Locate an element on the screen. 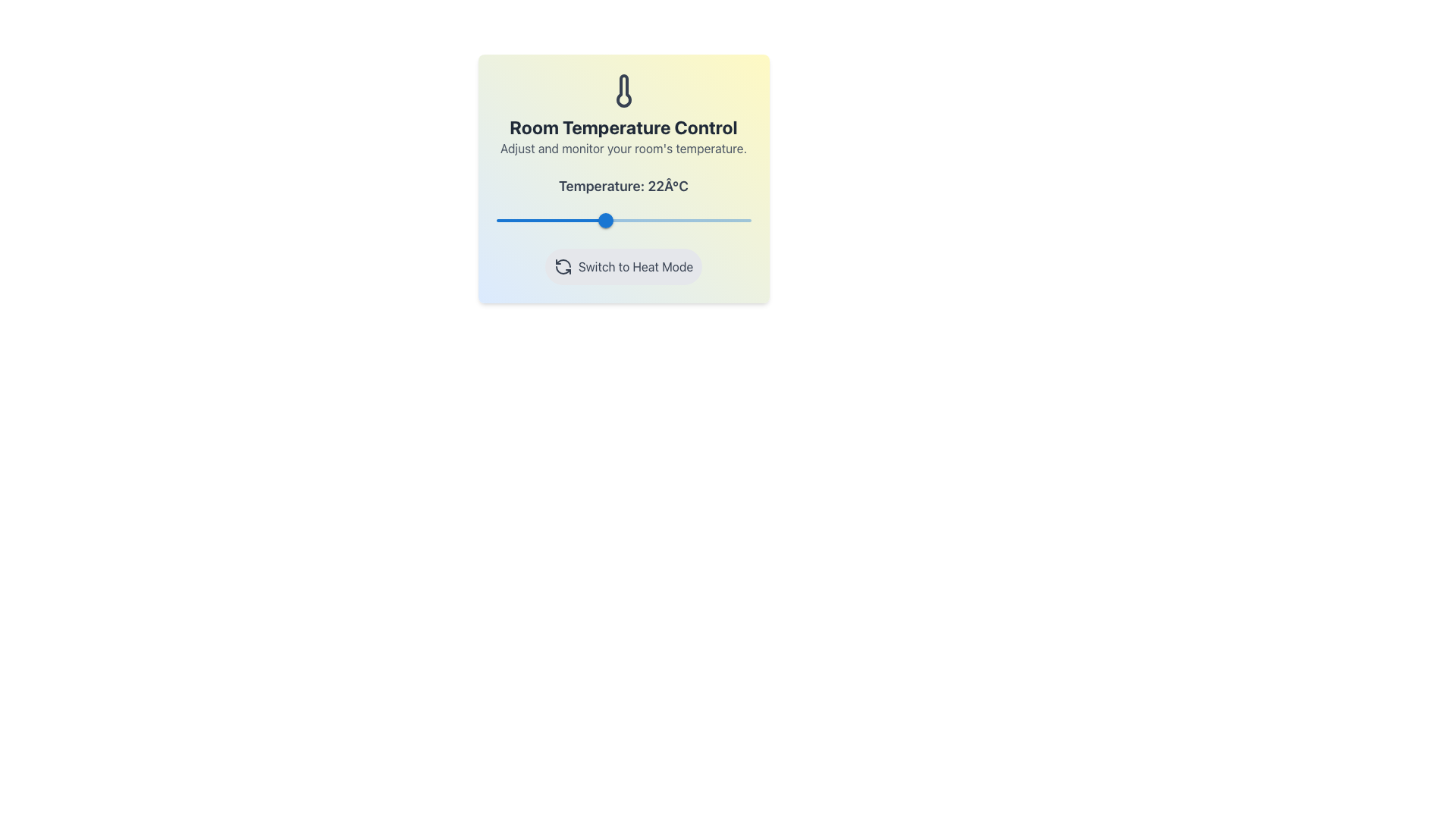 Image resolution: width=1456 pixels, height=819 pixels. the temperature is located at coordinates (642, 220).